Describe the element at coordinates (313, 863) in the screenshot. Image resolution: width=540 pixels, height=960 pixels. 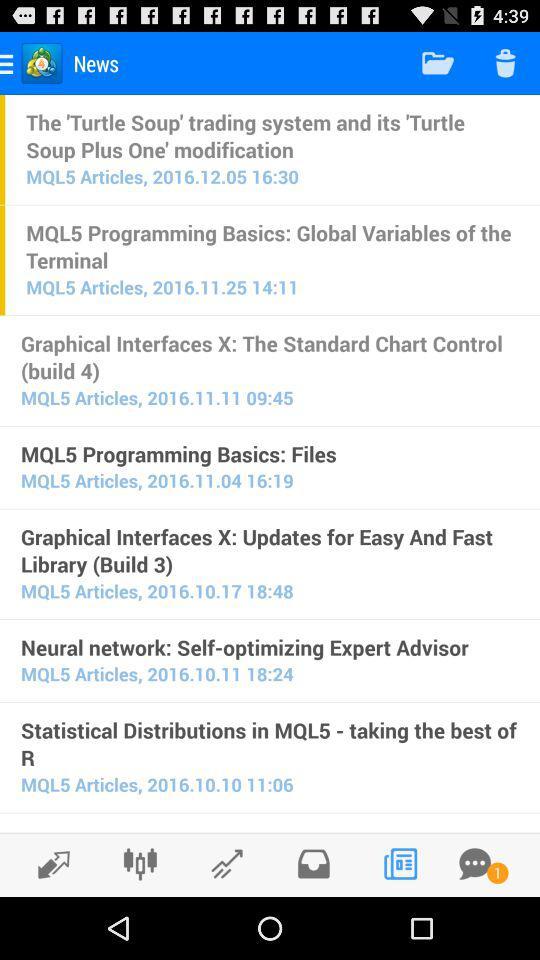
I see `archive` at that location.